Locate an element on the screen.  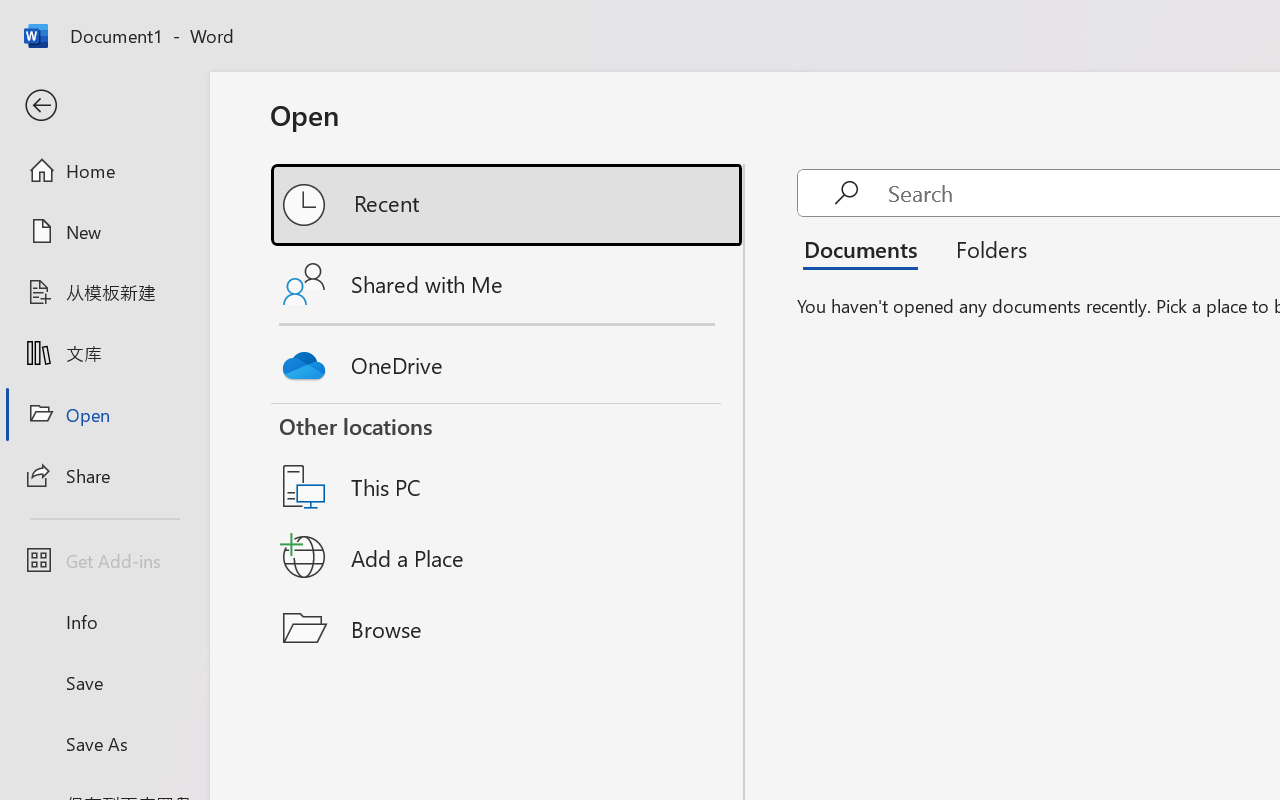
'Get Add-ins' is located at coordinates (103, 560).